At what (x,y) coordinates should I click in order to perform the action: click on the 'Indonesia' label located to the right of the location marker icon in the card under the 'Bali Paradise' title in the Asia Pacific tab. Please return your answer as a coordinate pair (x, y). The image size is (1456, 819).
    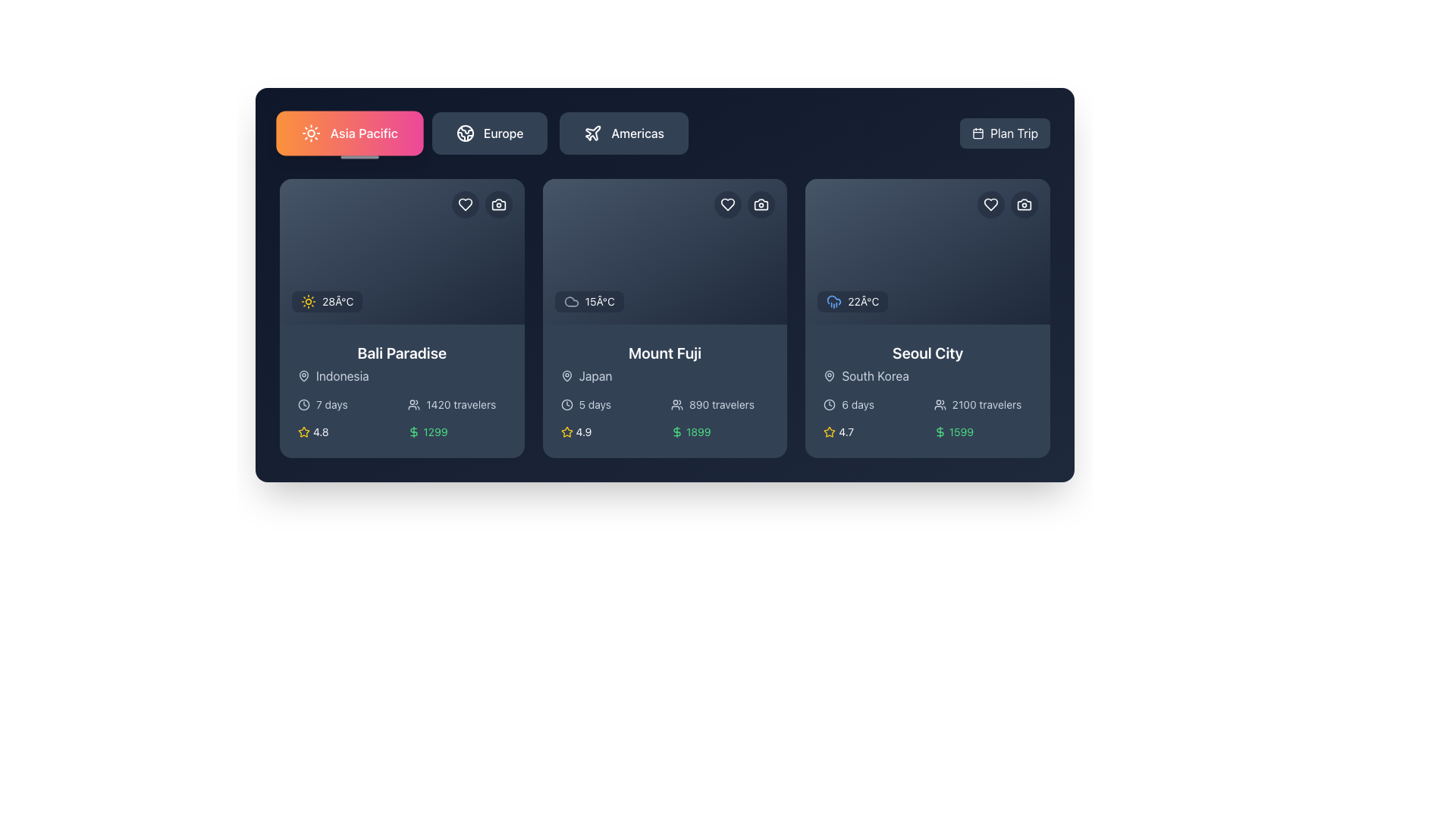
    Looking at the image, I should click on (341, 375).